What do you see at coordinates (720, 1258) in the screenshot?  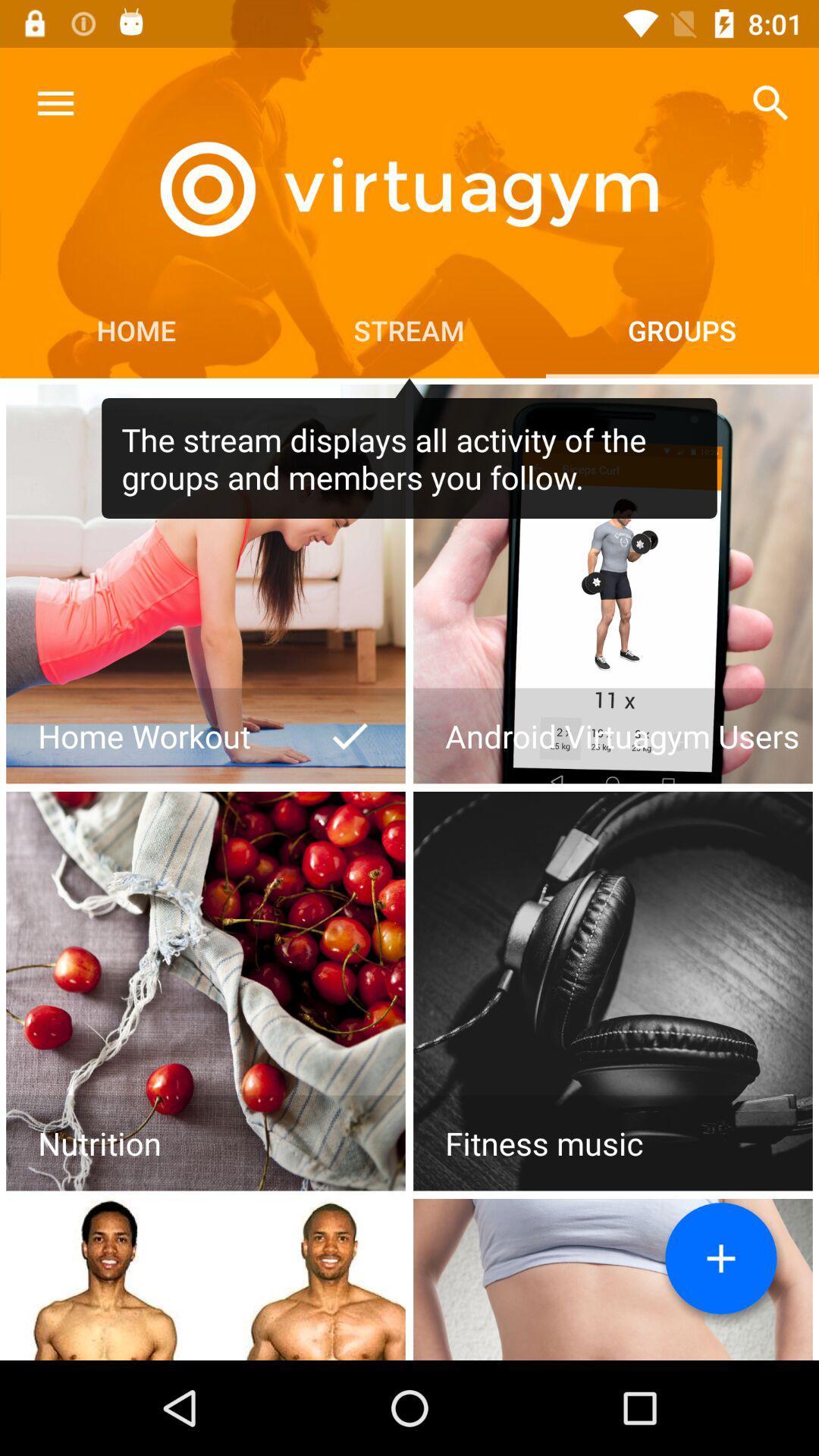 I see `adds a new group for organization` at bounding box center [720, 1258].